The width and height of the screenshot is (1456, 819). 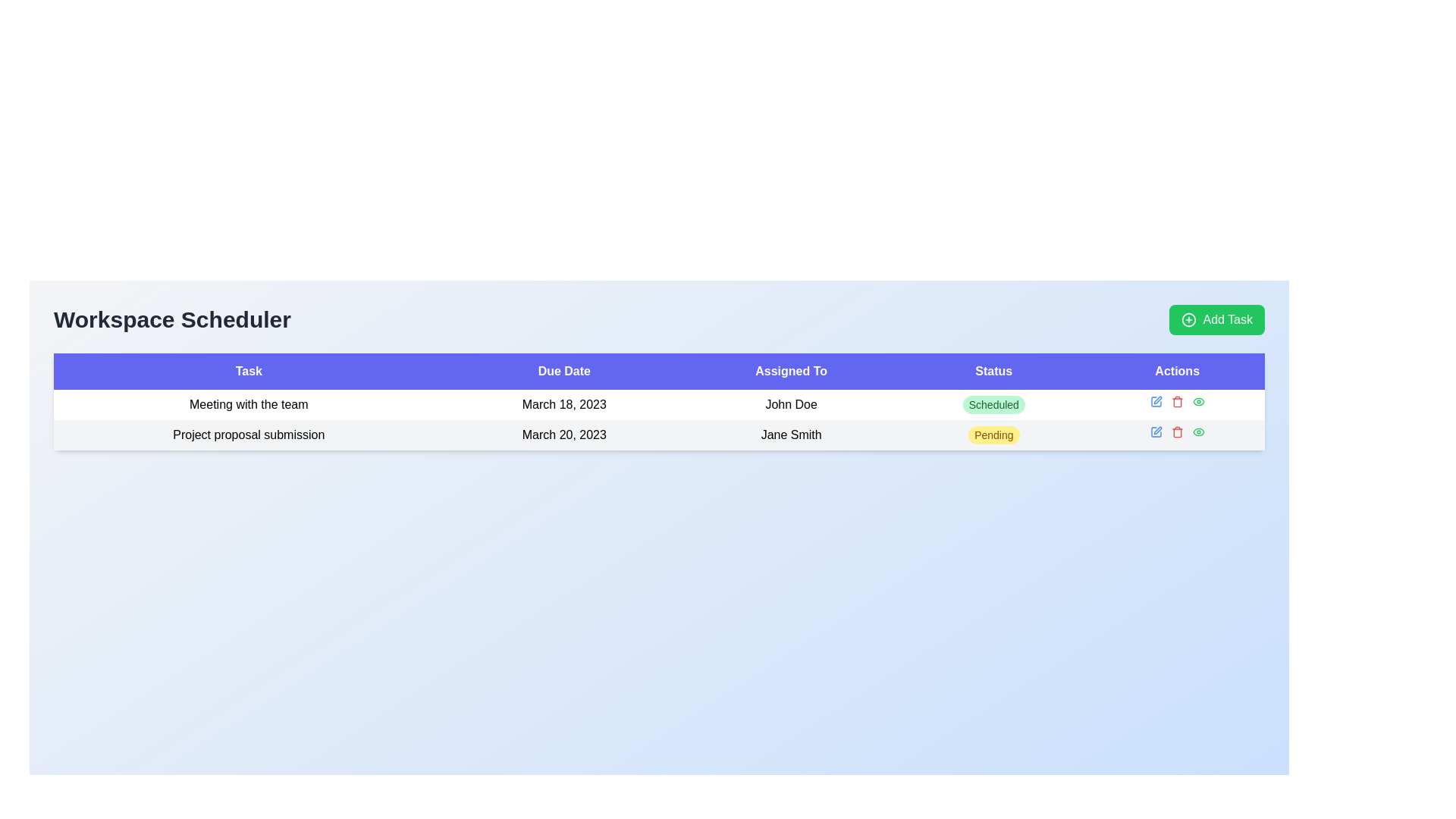 I want to click on the Status label displaying 'Pending' with a yellow background and brown text, located in the fourth cell of the table row for 'Project proposal submission' assigned to 'Jane Smith', so click(x=993, y=435).